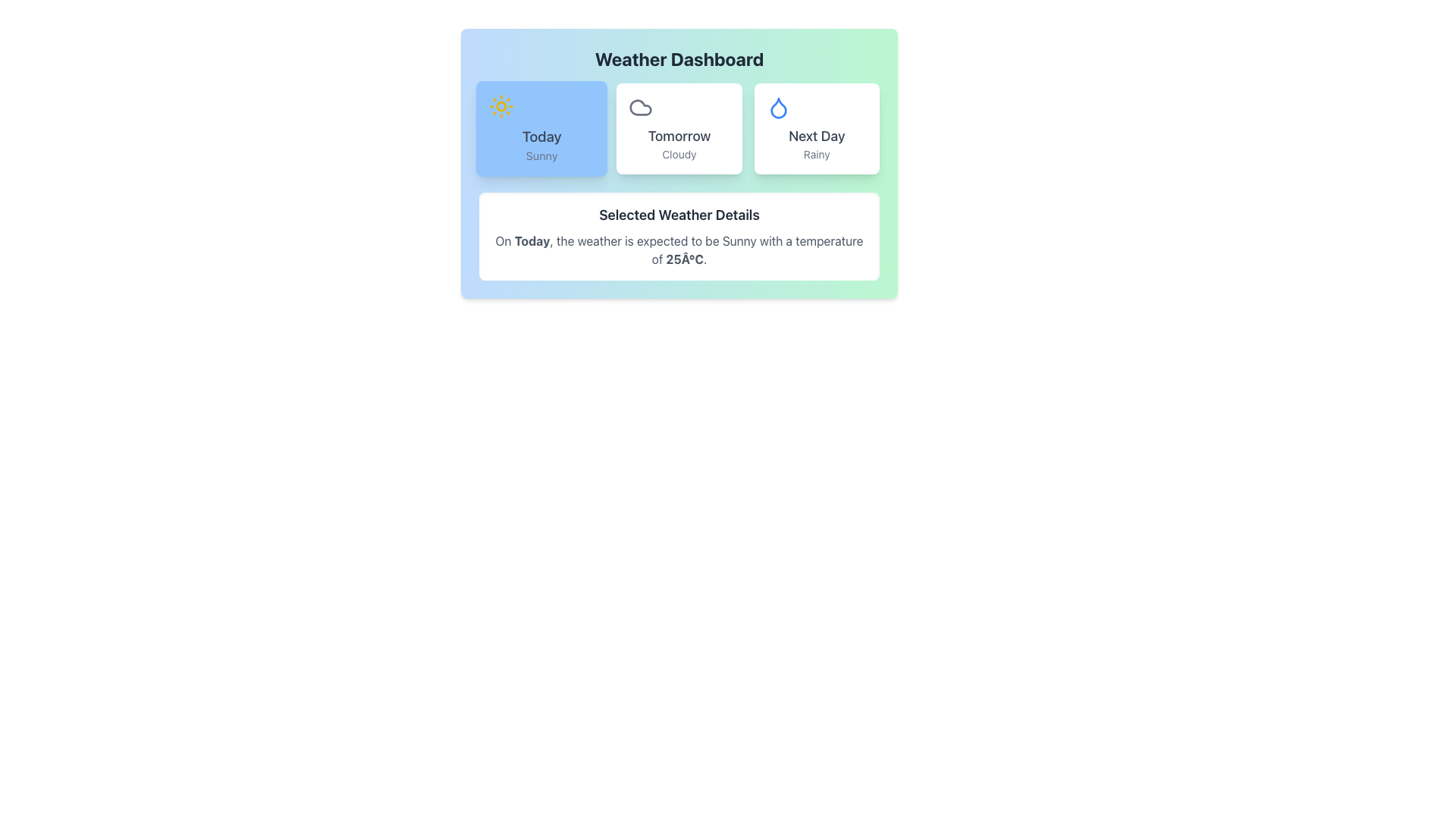  Describe the element at coordinates (641, 107) in the screenshot. I see `the gray cloud icon located in the second card of the 'Weather Dashboard' labeled 'Tomorrow', which serves as a visual indicator for the weather forecast` at that location.